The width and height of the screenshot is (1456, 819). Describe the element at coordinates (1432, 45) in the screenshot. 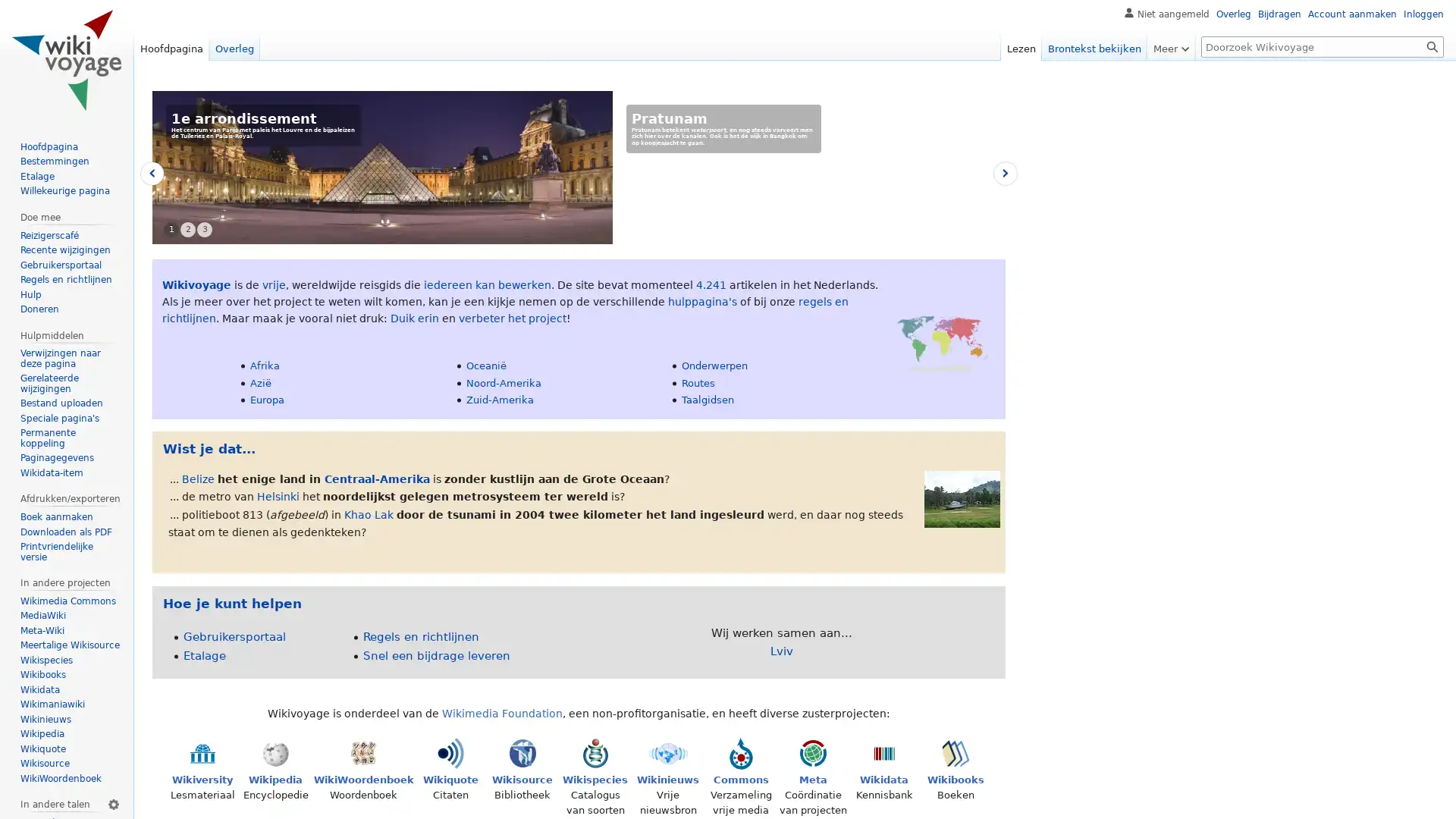

I see `Zoeken` at that location.